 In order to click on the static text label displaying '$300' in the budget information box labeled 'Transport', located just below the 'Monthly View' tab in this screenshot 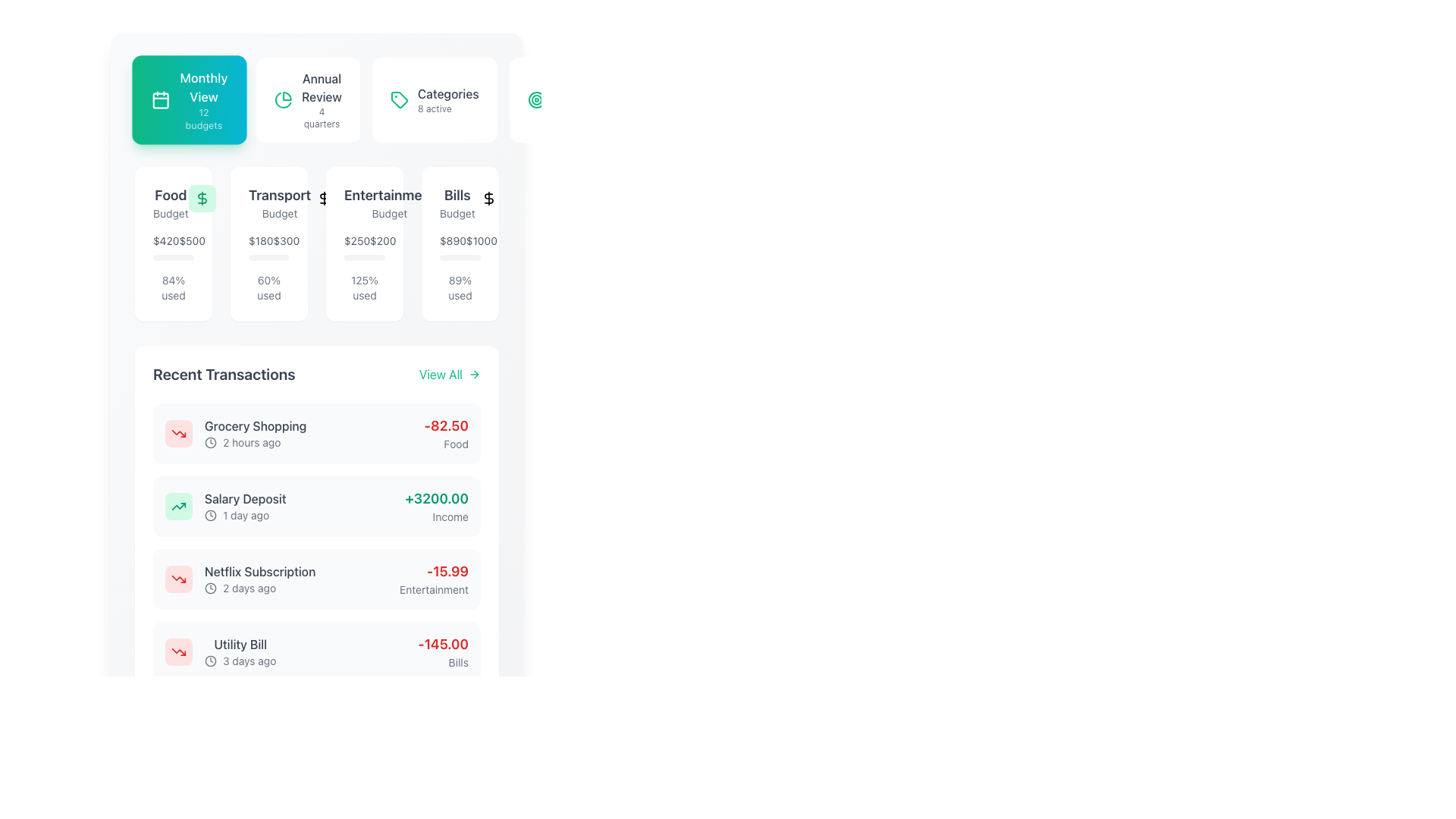, I will do `click(286, 240)`.